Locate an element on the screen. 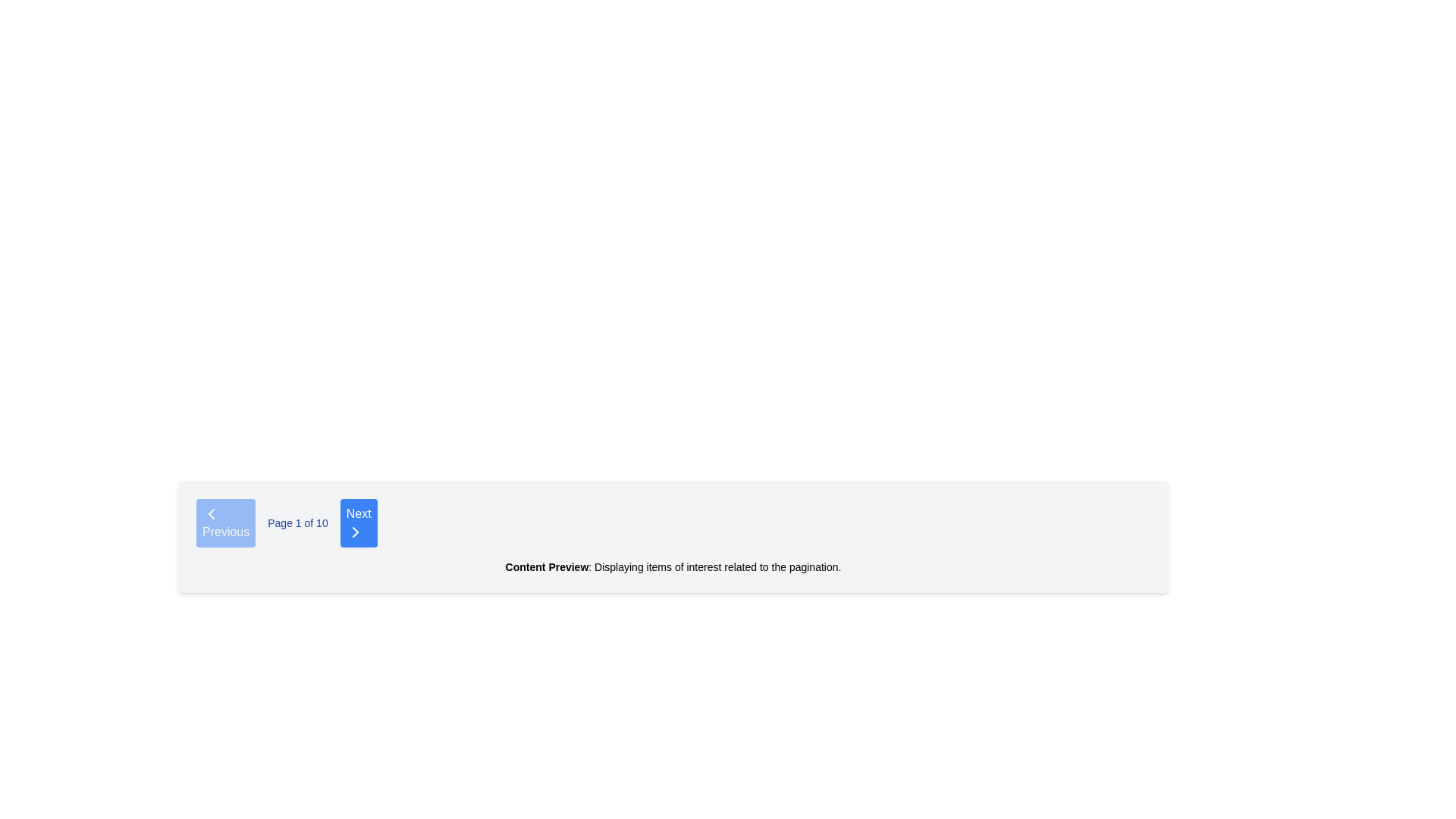 This screenshot has height=819, width=1456. the 'Previous' button, which has white text on a blue background and a left-chevron icon is located at coordinates (225, 522).